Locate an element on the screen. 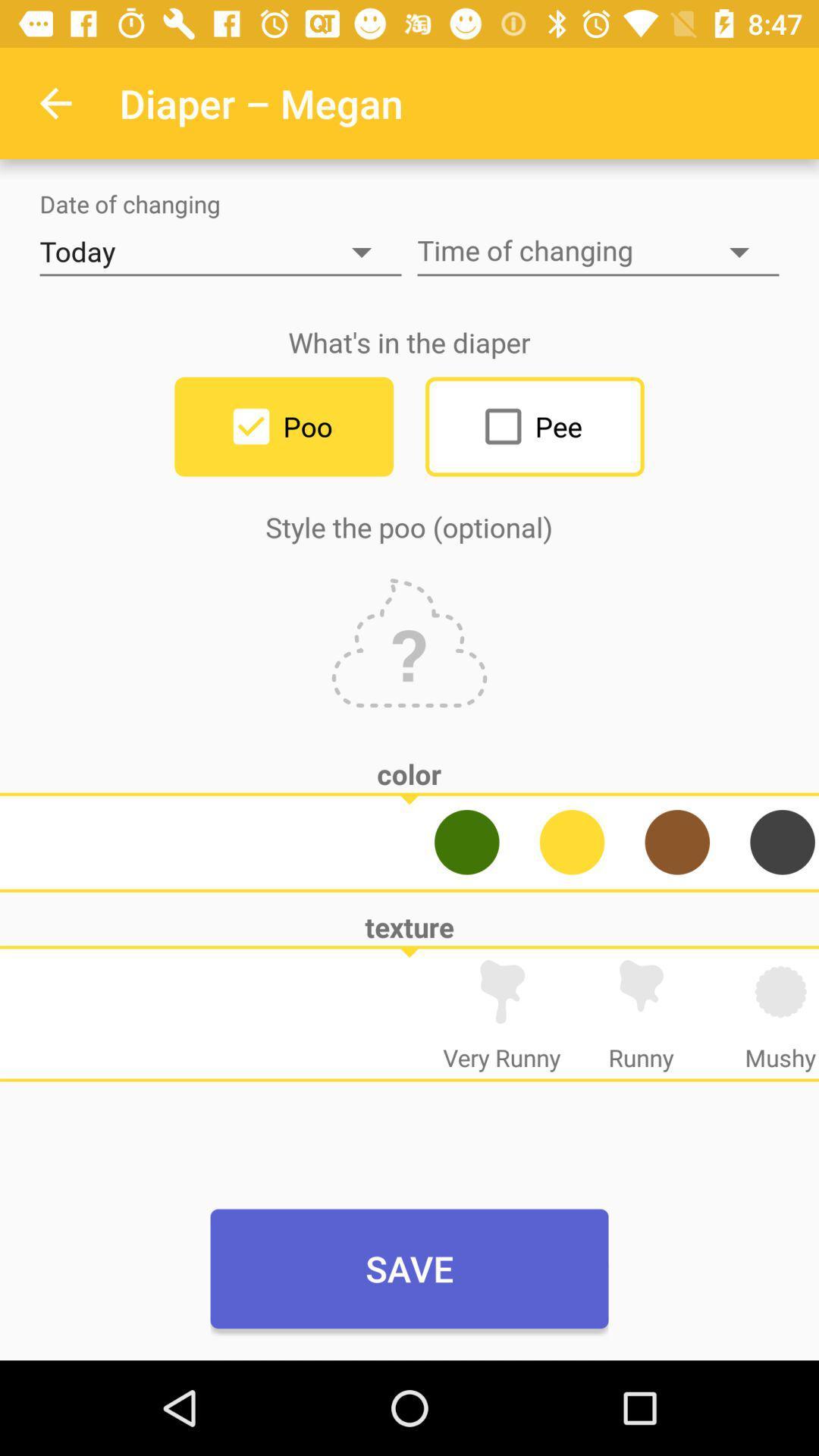  color is located at coordinates (676, 841).